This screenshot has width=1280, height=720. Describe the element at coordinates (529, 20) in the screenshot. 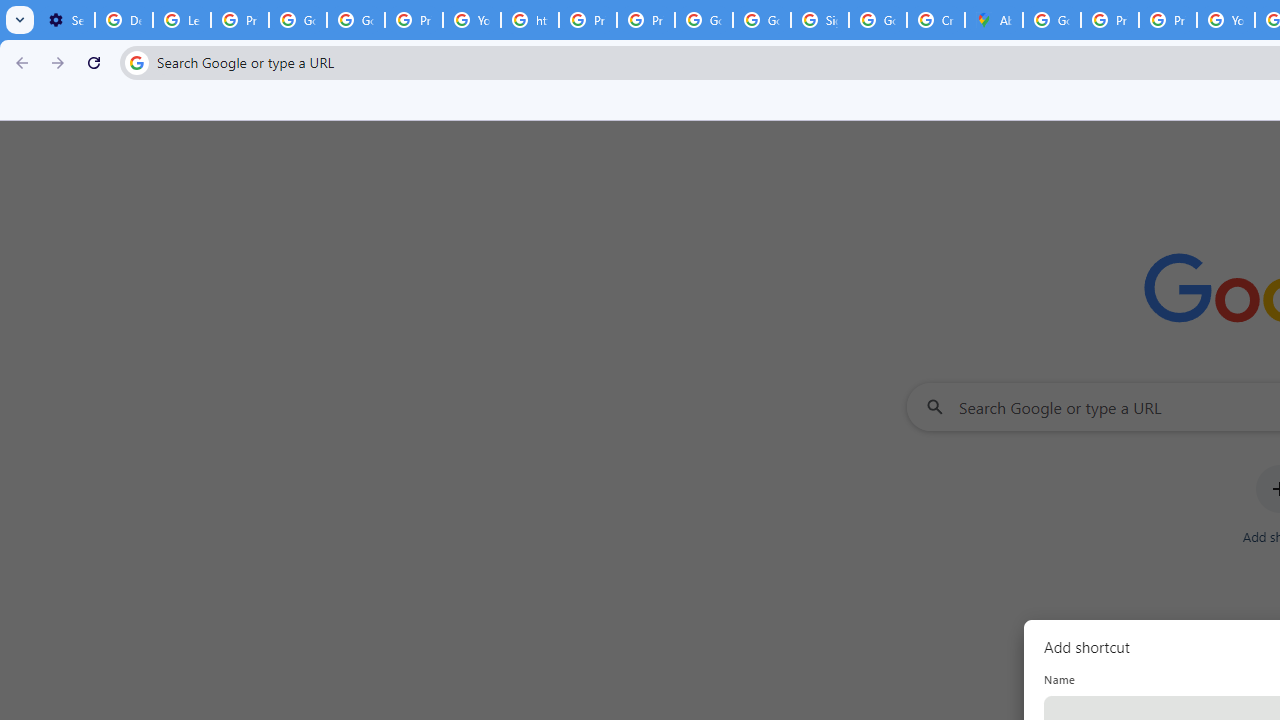

I see `'https://scholar.google.com/'` at that location.